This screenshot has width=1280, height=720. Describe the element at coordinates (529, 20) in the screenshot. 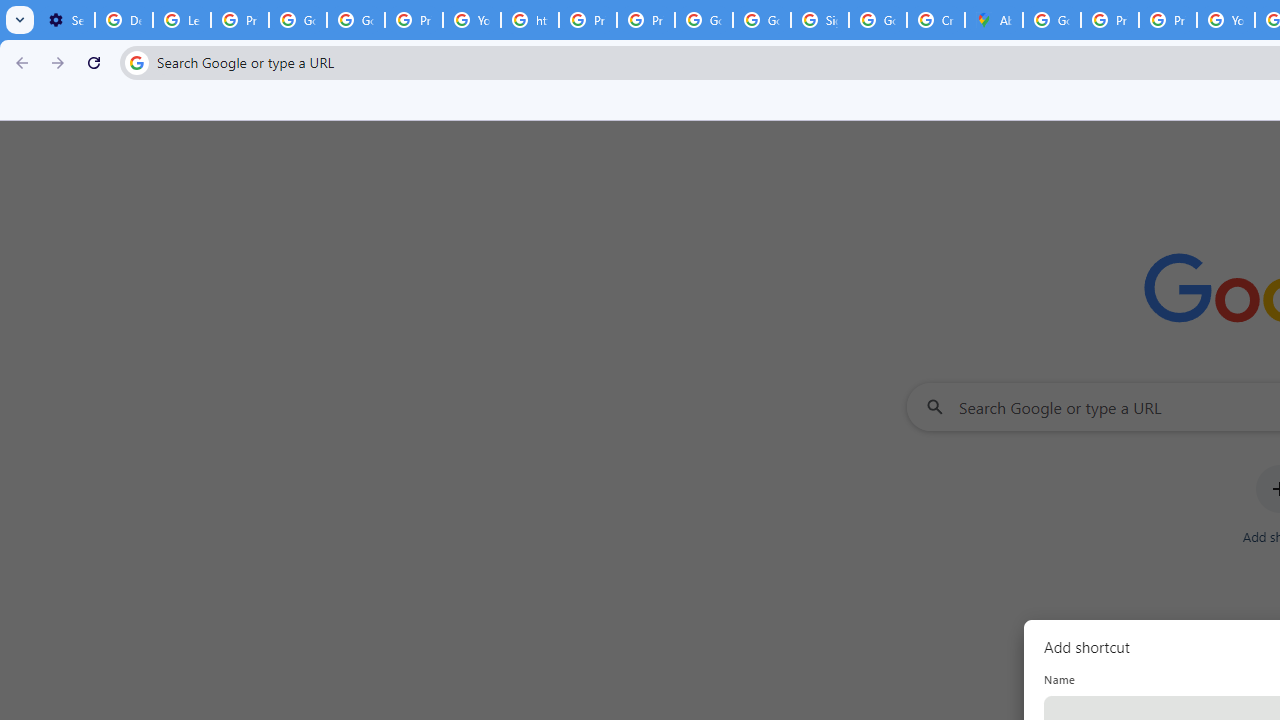

I see `'https://scholar.google.com/'` at that location.